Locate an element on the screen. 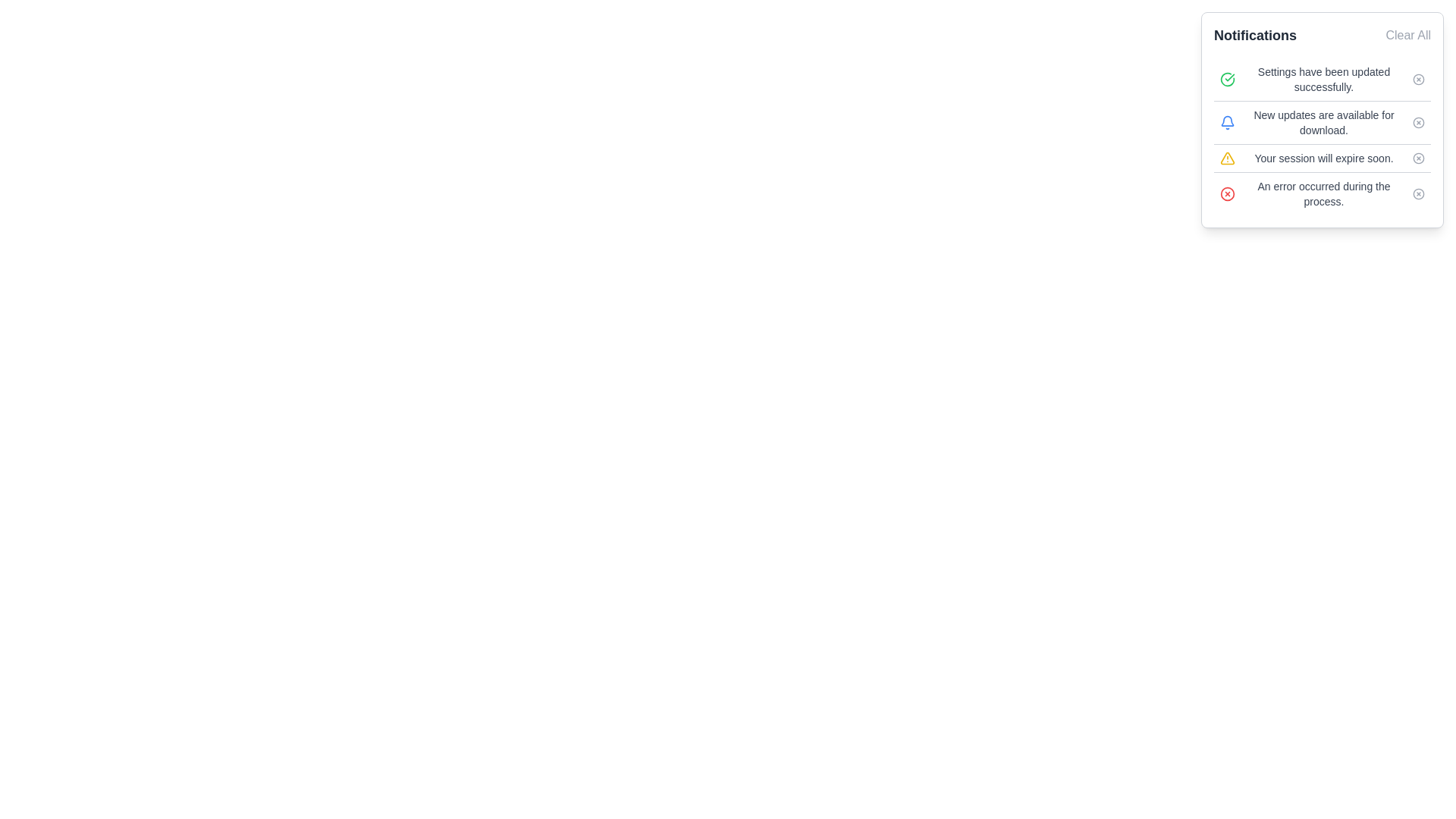  the circular graphic component within the notification icon, which is part of a list containing a cross mark (X) is located at coordinates (1418, 122).